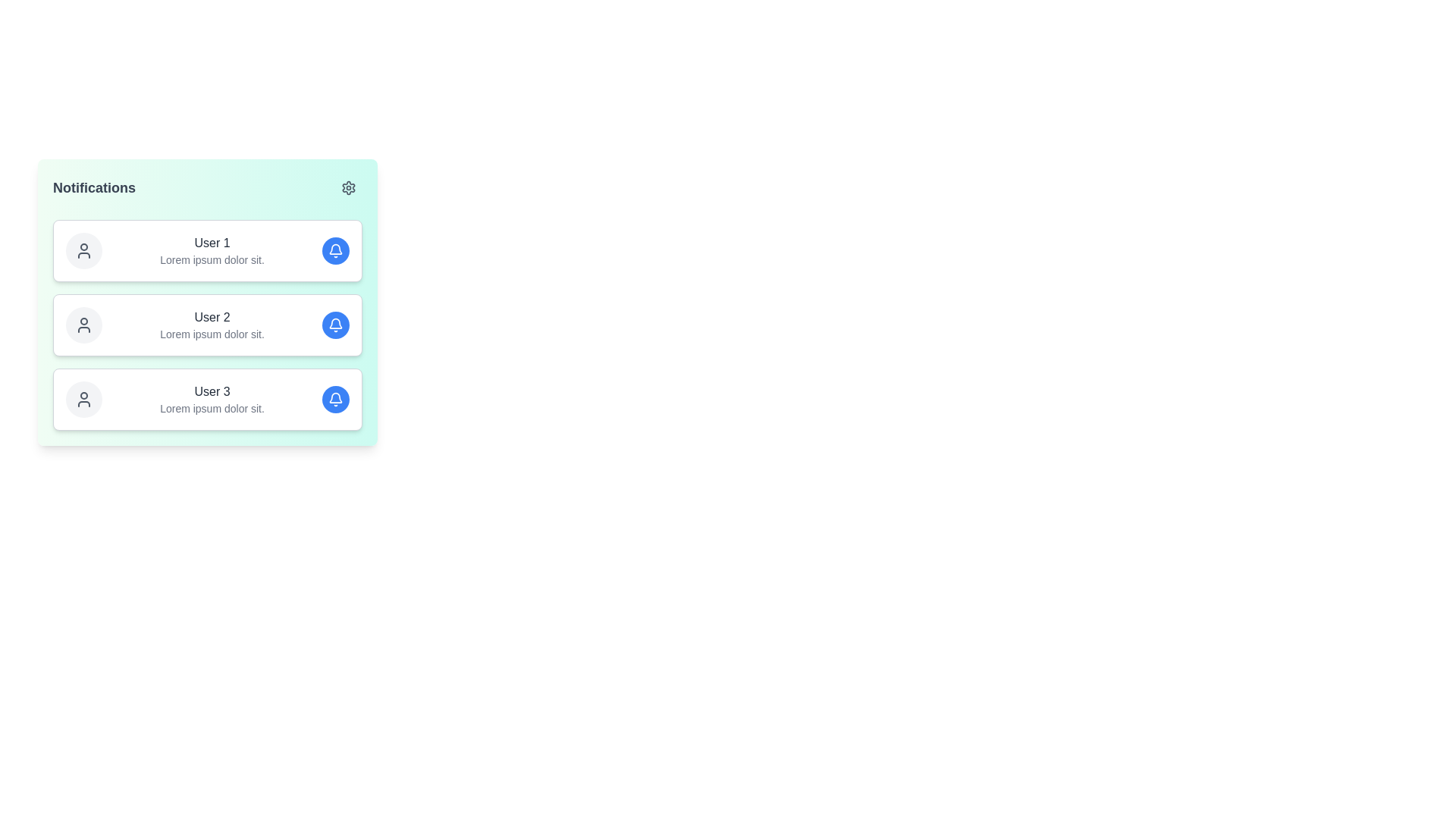 This screenshot has height=819, width=1456. Describe the element at coordinates (211, 391) in the screenshot. I see `the Text label representing the associated user's name in the third notification card from the top` at that location.